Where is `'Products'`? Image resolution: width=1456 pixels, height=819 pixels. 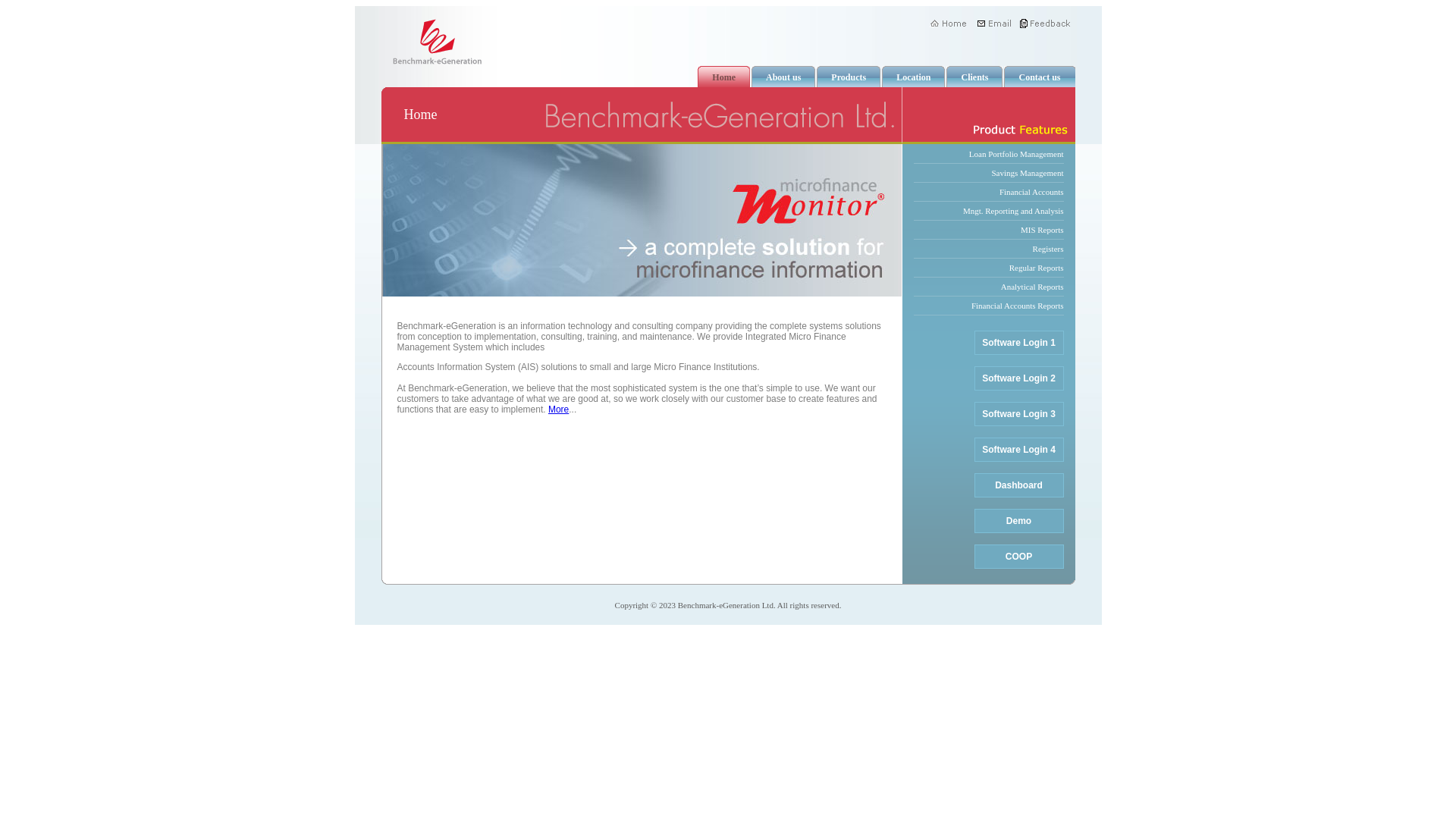 'Products' is located at coordinates (852, 77).